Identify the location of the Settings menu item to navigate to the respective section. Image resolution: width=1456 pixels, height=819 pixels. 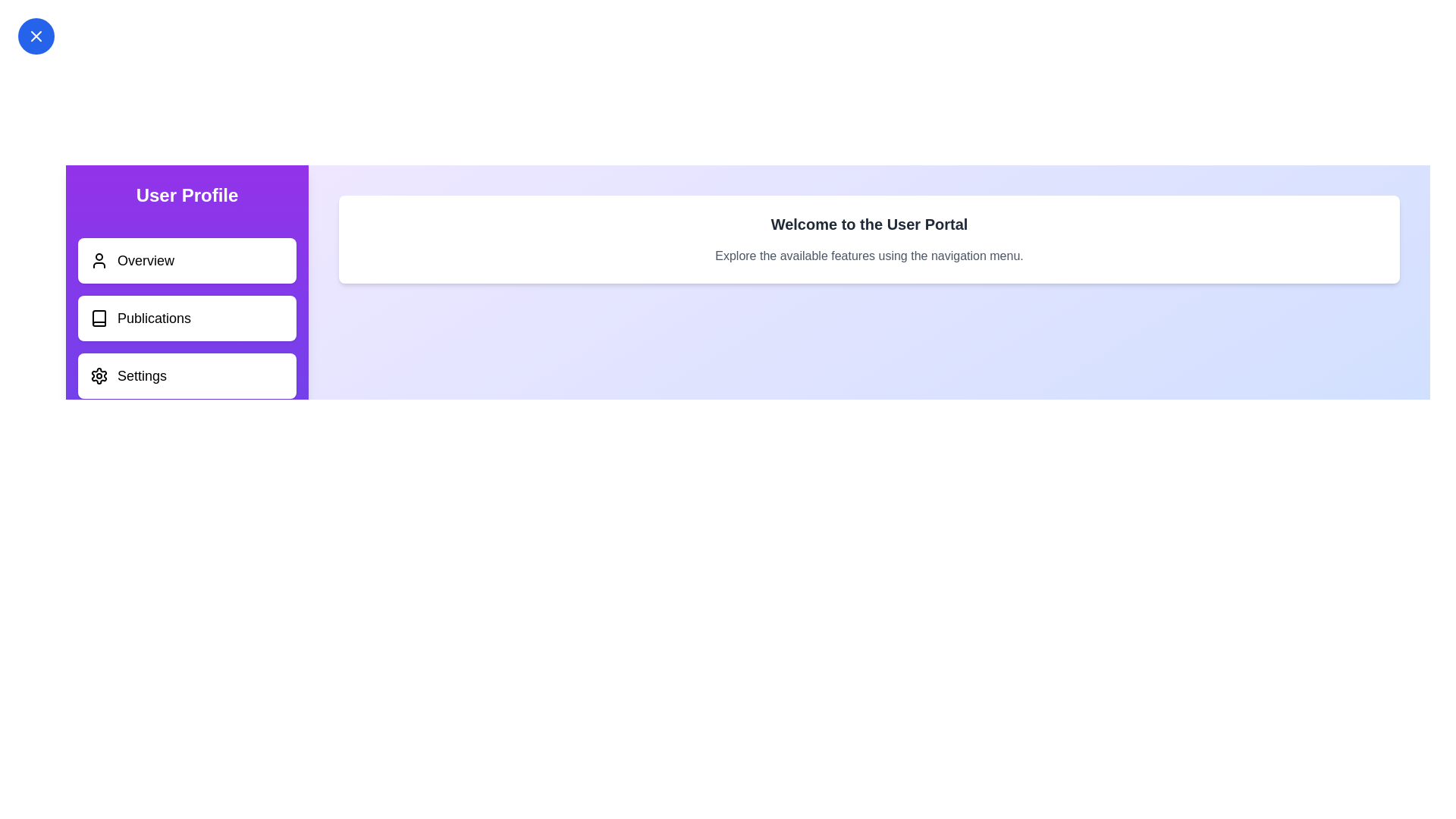
(186, 375).